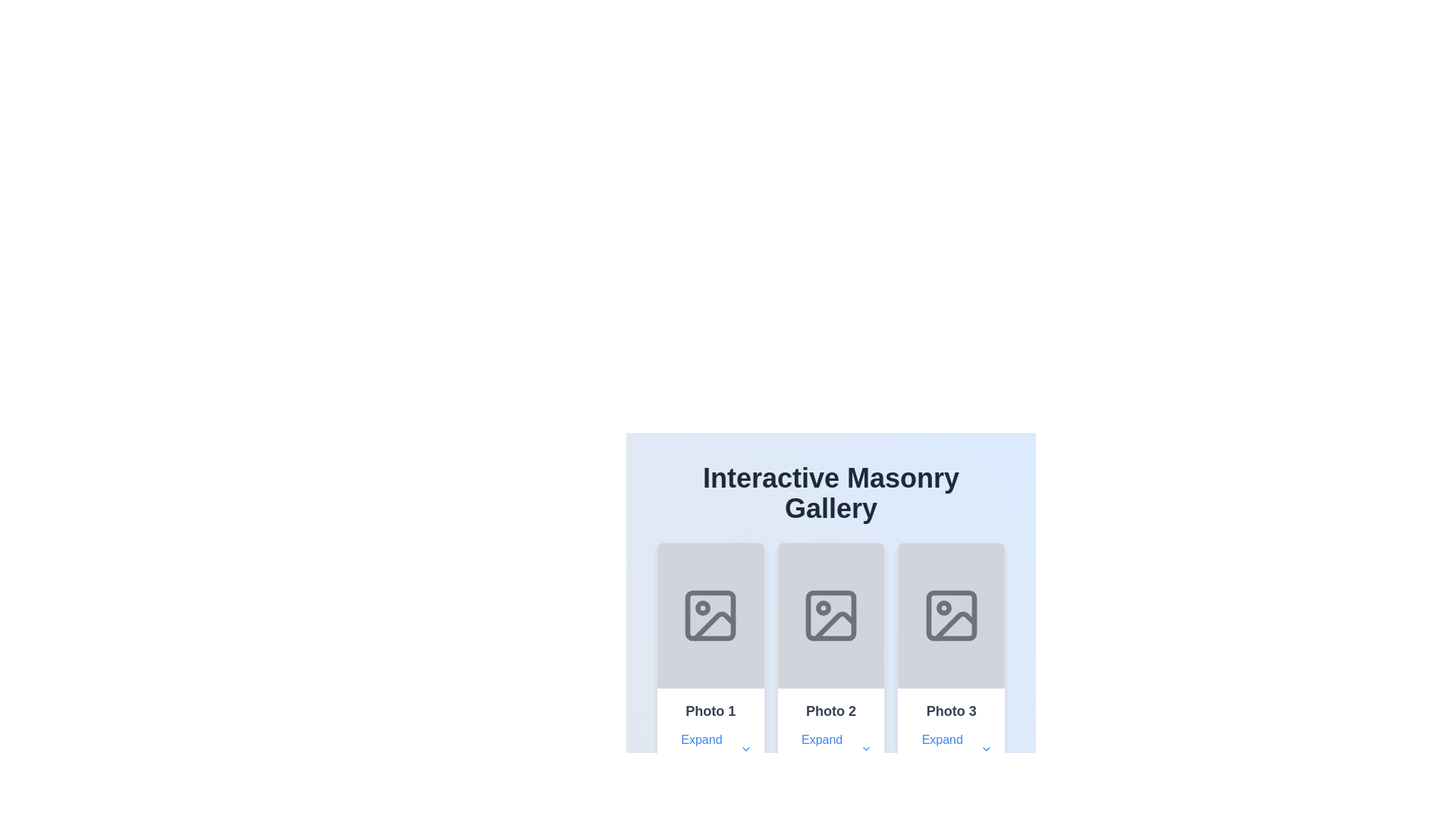 The height and width of the screenshot is (819, 1456). I want to click on the selectable option button for 'Photo 2', so click(830, 733).